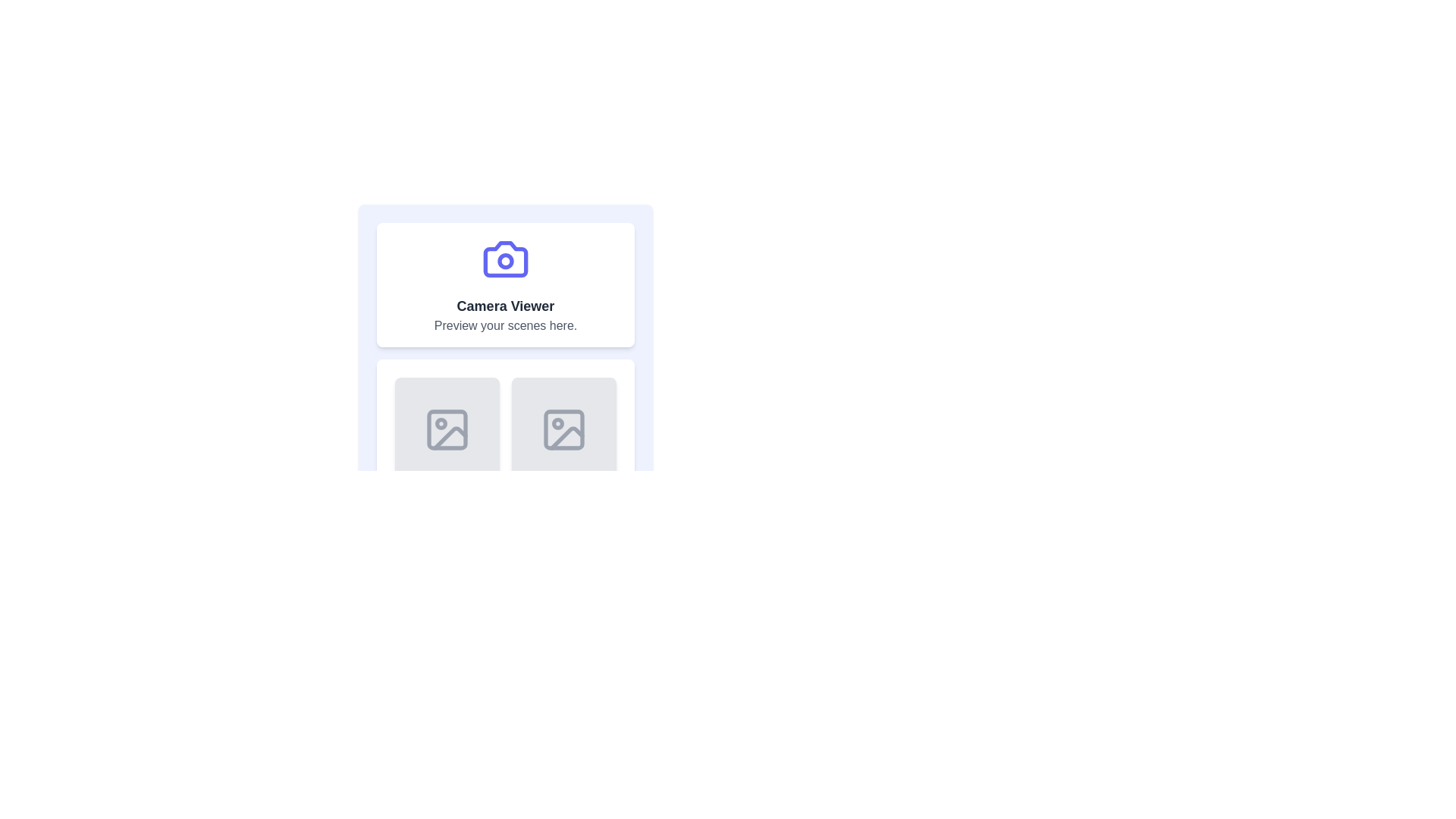 Image resolution: width=1456 pixels, height=819 pixels. Describe the element at coordinates (563, 430) in the screenshot. I see `the light gray square icon button with a rounded corner that resembles an image placeholder symbol` at that location.